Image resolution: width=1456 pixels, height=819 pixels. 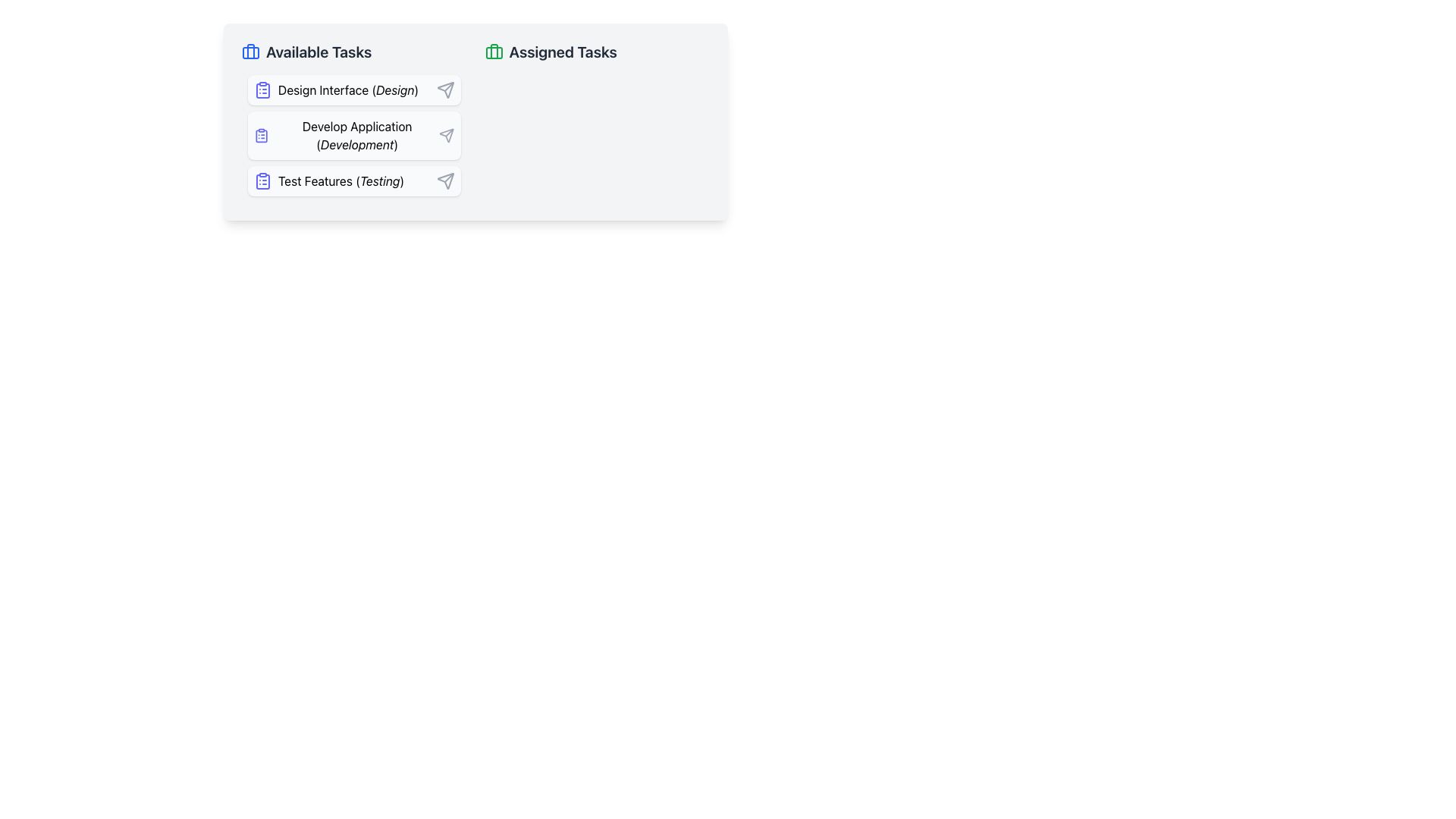 What do you see at coordinates (340, 180) in the screenshot?
I see `the 'Test Features (Testing)' text label in the 'Available Tasks' section` at bounding box center [340, 180].